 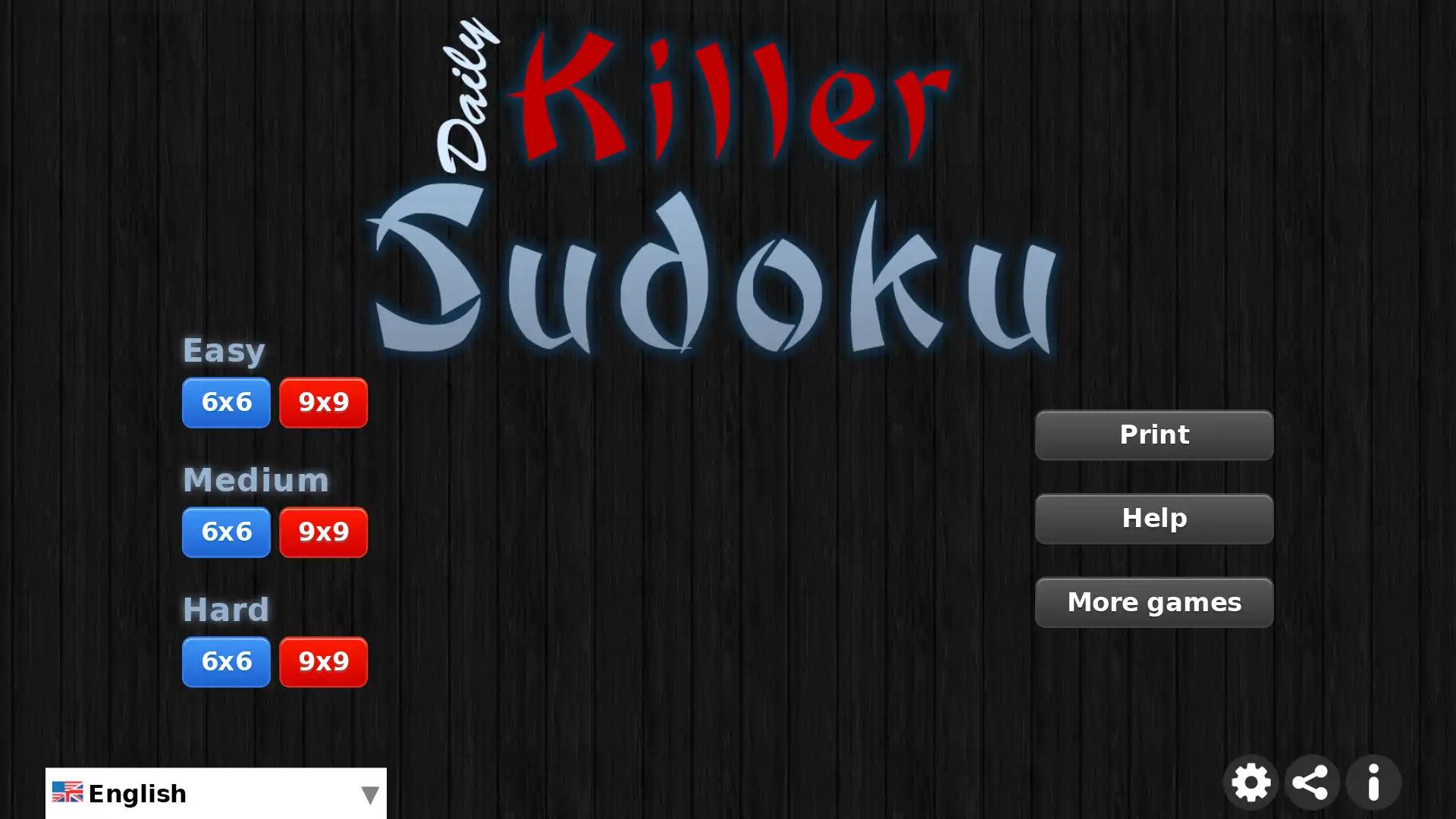 I want to click on Help, so click(x=1153, y=517).